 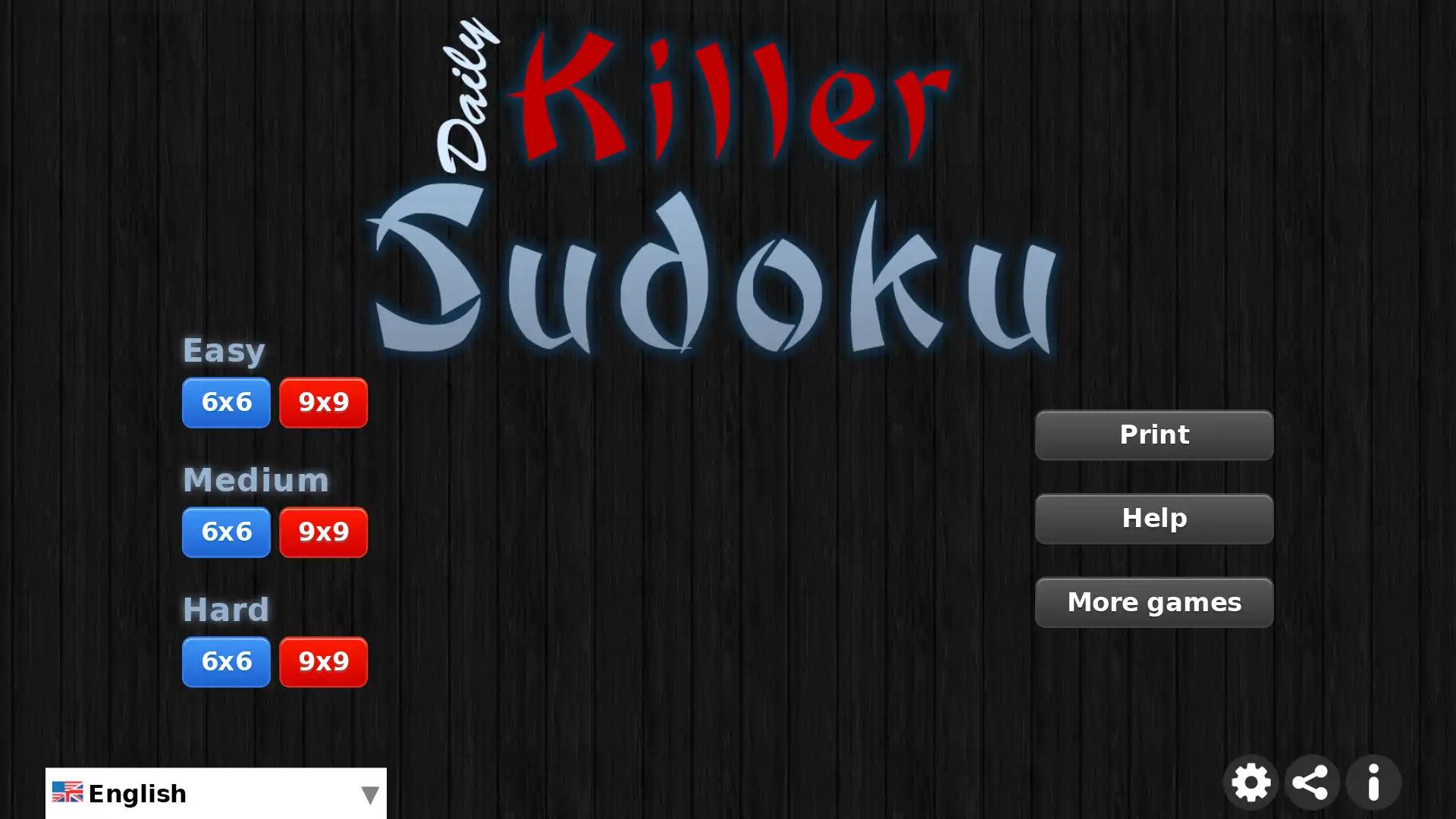 I want to click on Help, so click(x=1153, y=517).